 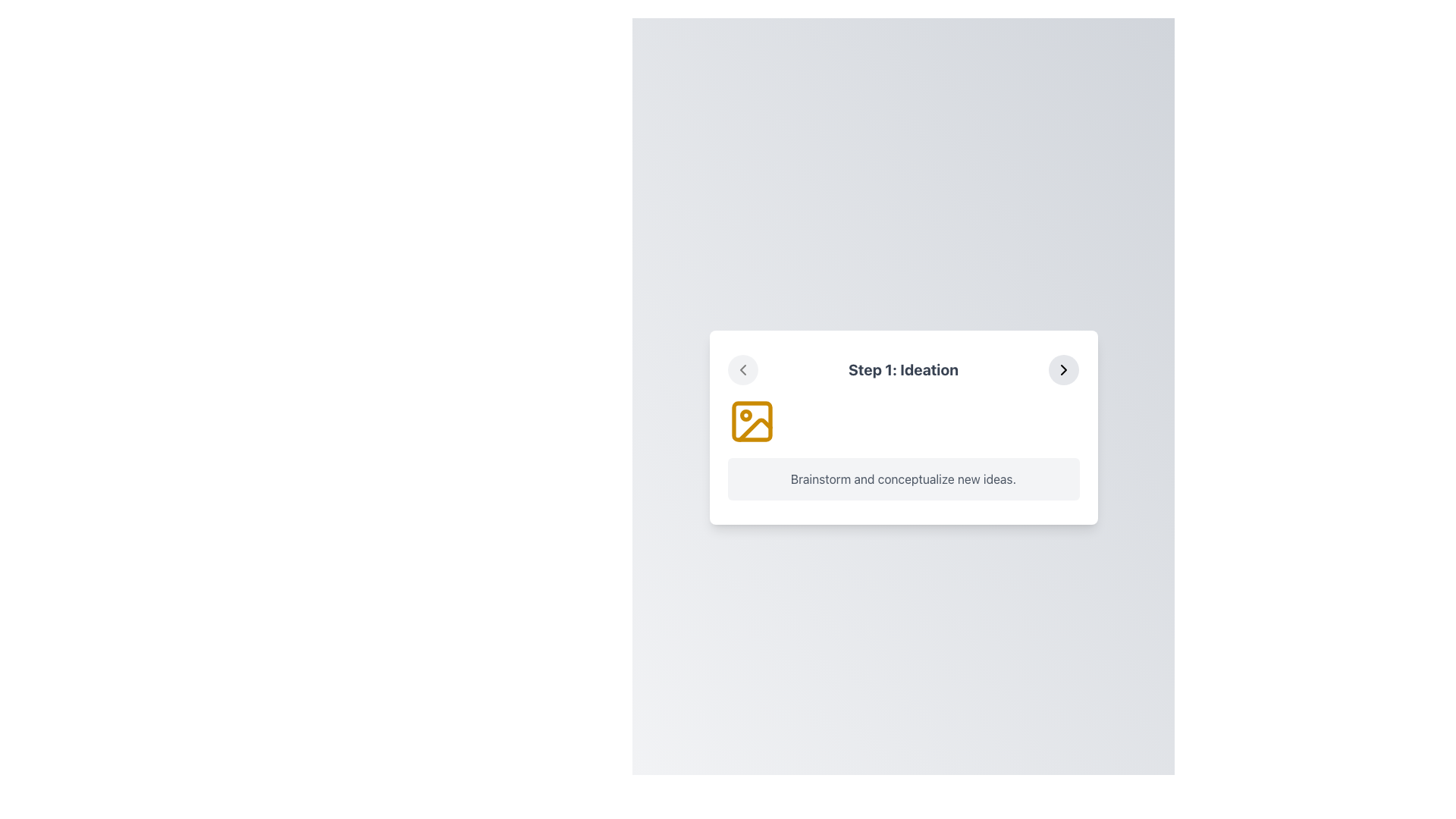 I want to click on the Circle SVG graphic element that is a decorative feature within the image icon of the card titled 'Step 1: Ideation', so click(x=745, y=415).